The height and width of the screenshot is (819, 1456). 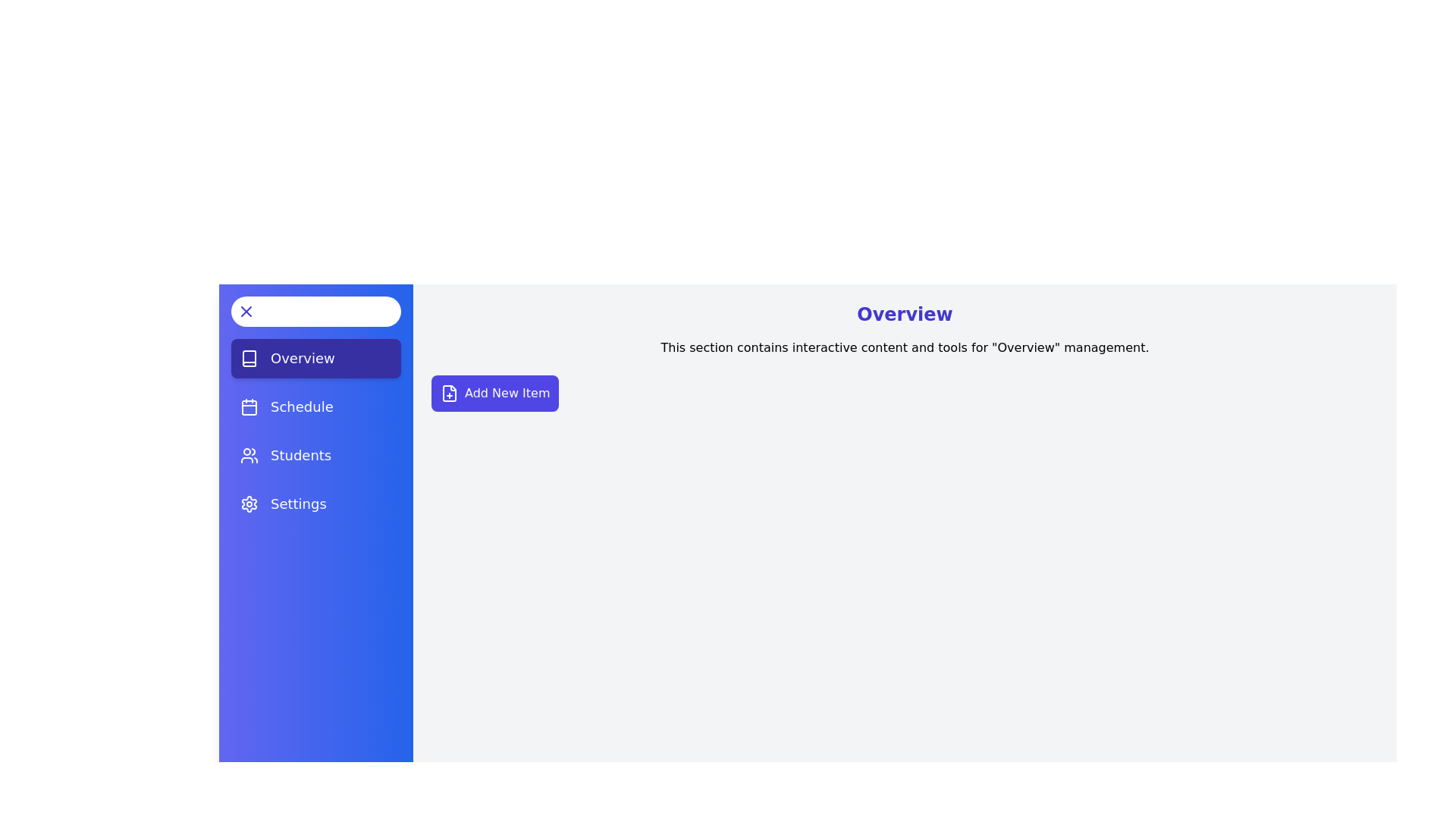 What do you see at coordinates (315, 311) in the screenshot?
I see `the menu button to toggle the drawer open/close state` at bounding box center [315, 311].